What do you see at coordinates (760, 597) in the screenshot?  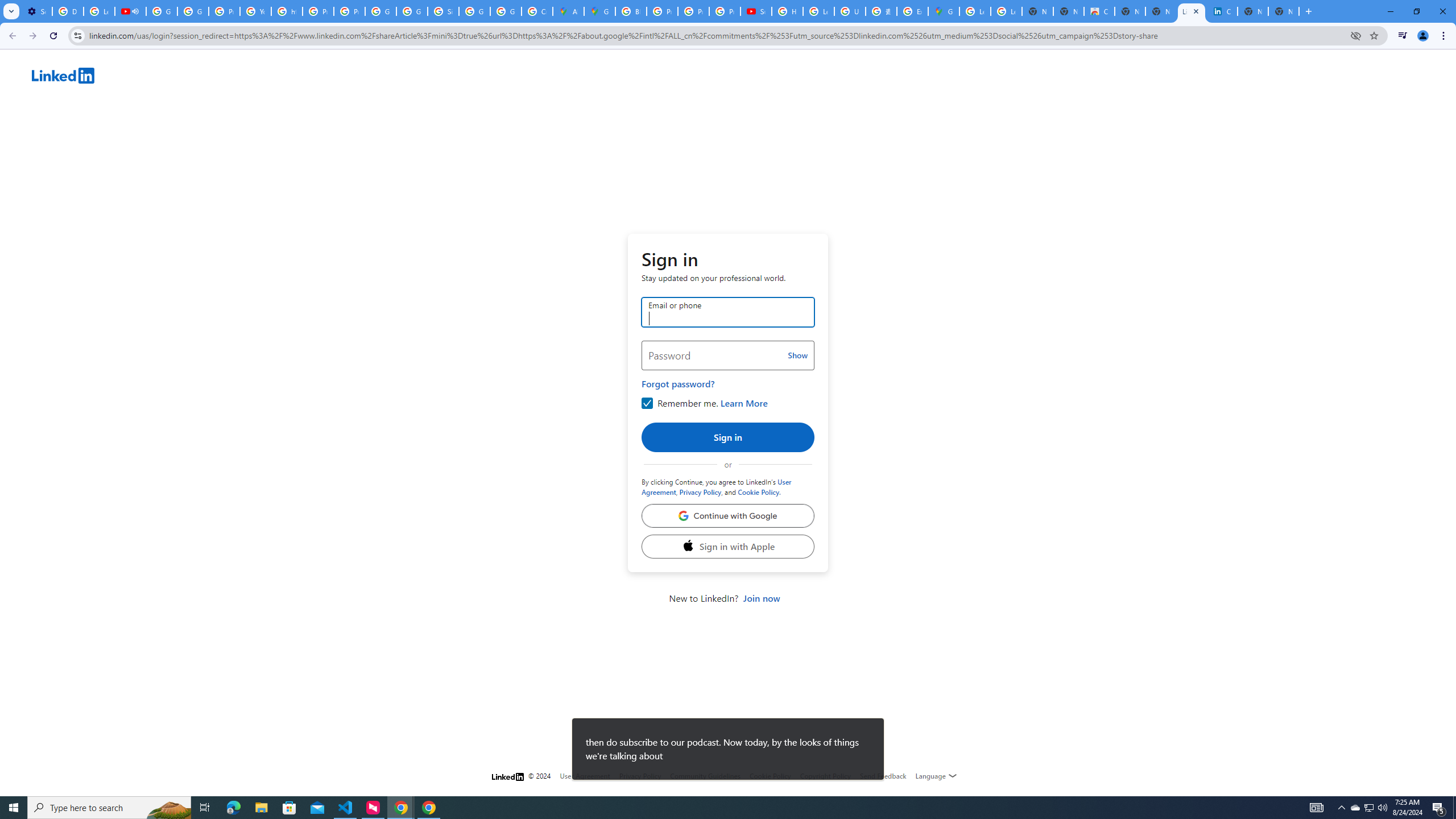 I see `'Join now'` at bounding box center [760, 597].